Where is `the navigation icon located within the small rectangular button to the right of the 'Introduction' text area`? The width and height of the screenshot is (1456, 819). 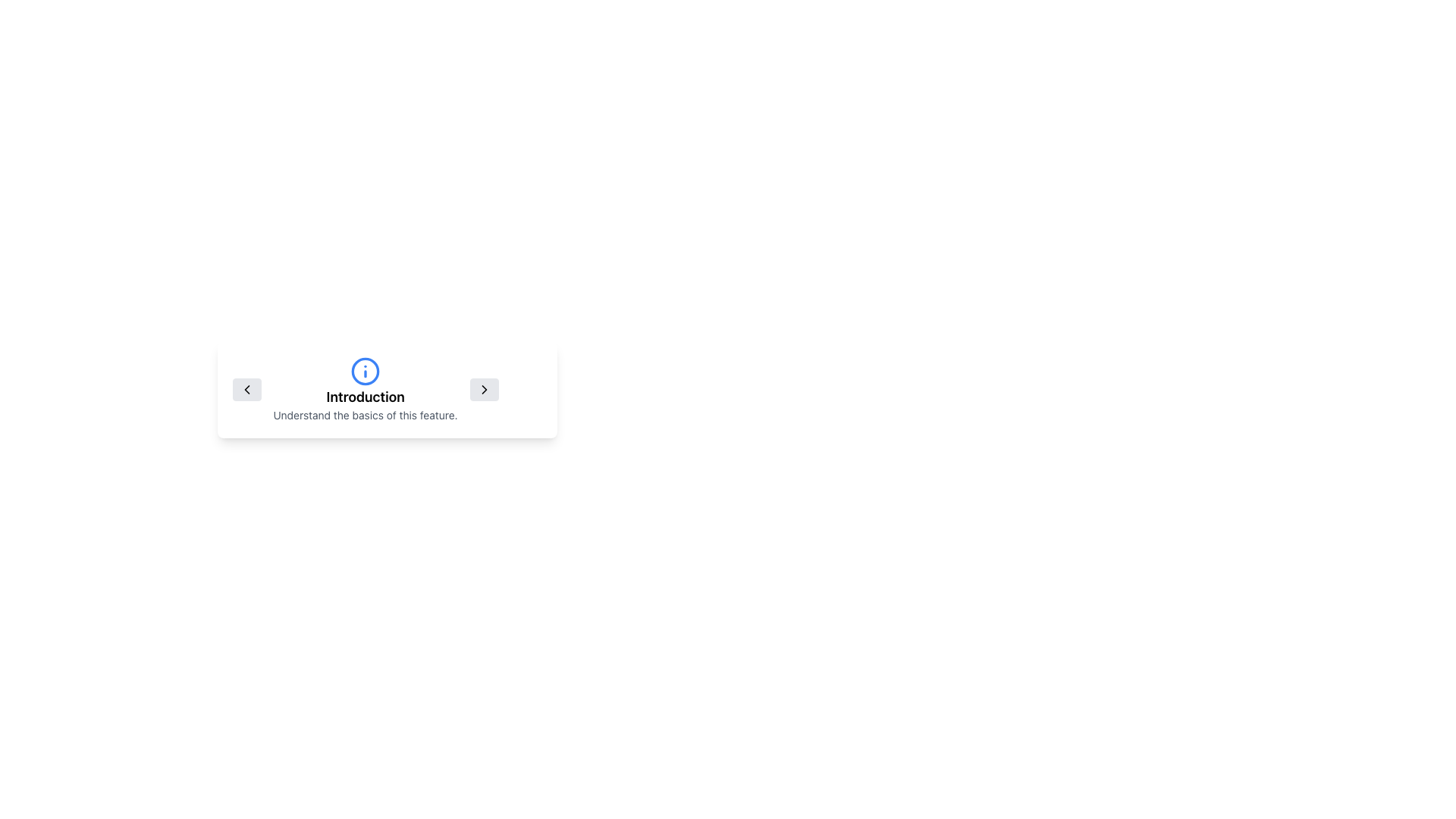 the navigation icon located within the small rectangular button to the right of the 'Introduction' text area is located at coordinates (483, 388).